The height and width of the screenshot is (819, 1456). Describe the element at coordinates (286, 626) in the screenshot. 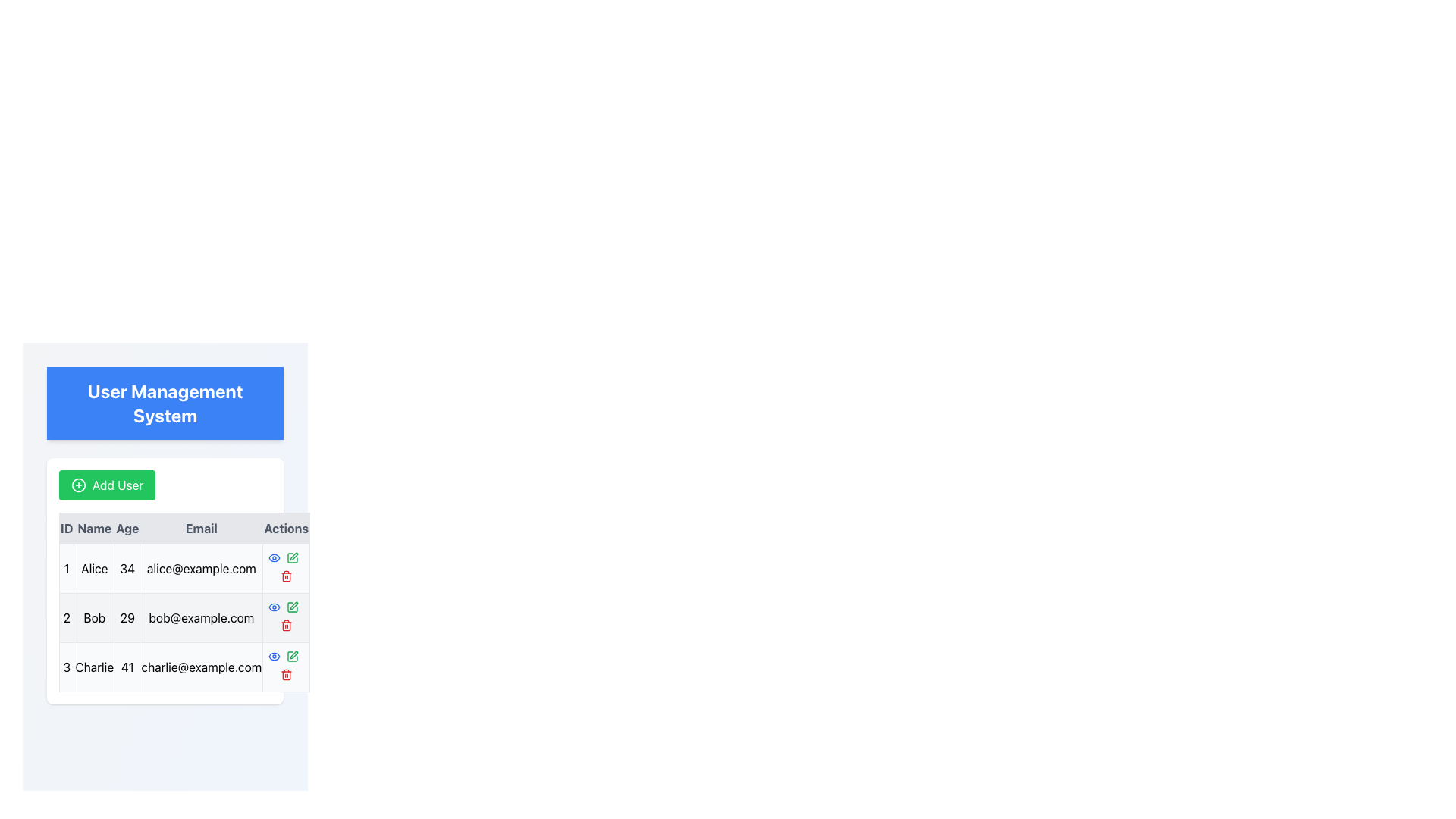

I see `the delete button (trash icon) in the third row of the user management table, located under the 'Actions' column` at that location.